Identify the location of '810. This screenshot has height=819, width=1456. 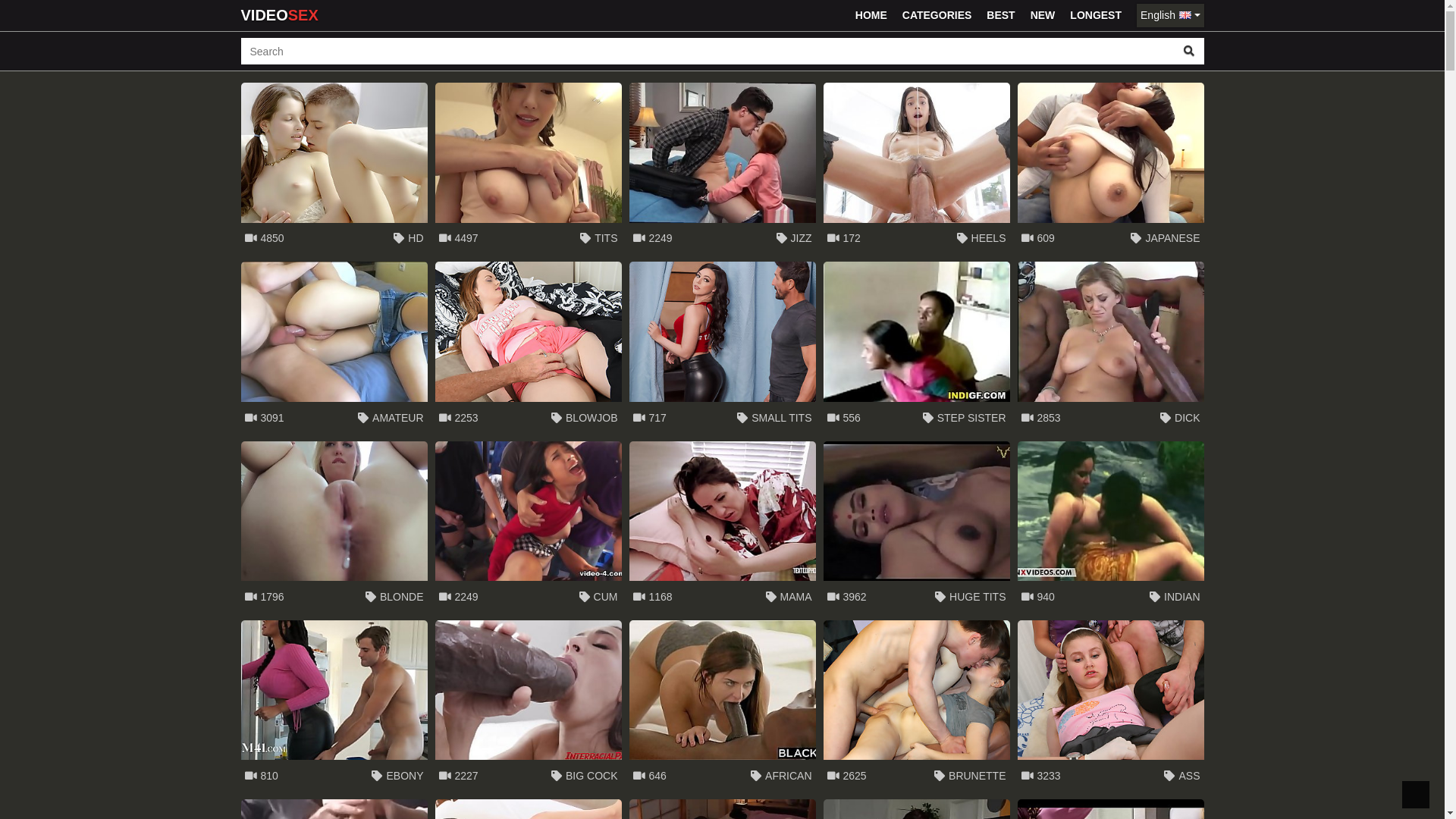
(240, 705).